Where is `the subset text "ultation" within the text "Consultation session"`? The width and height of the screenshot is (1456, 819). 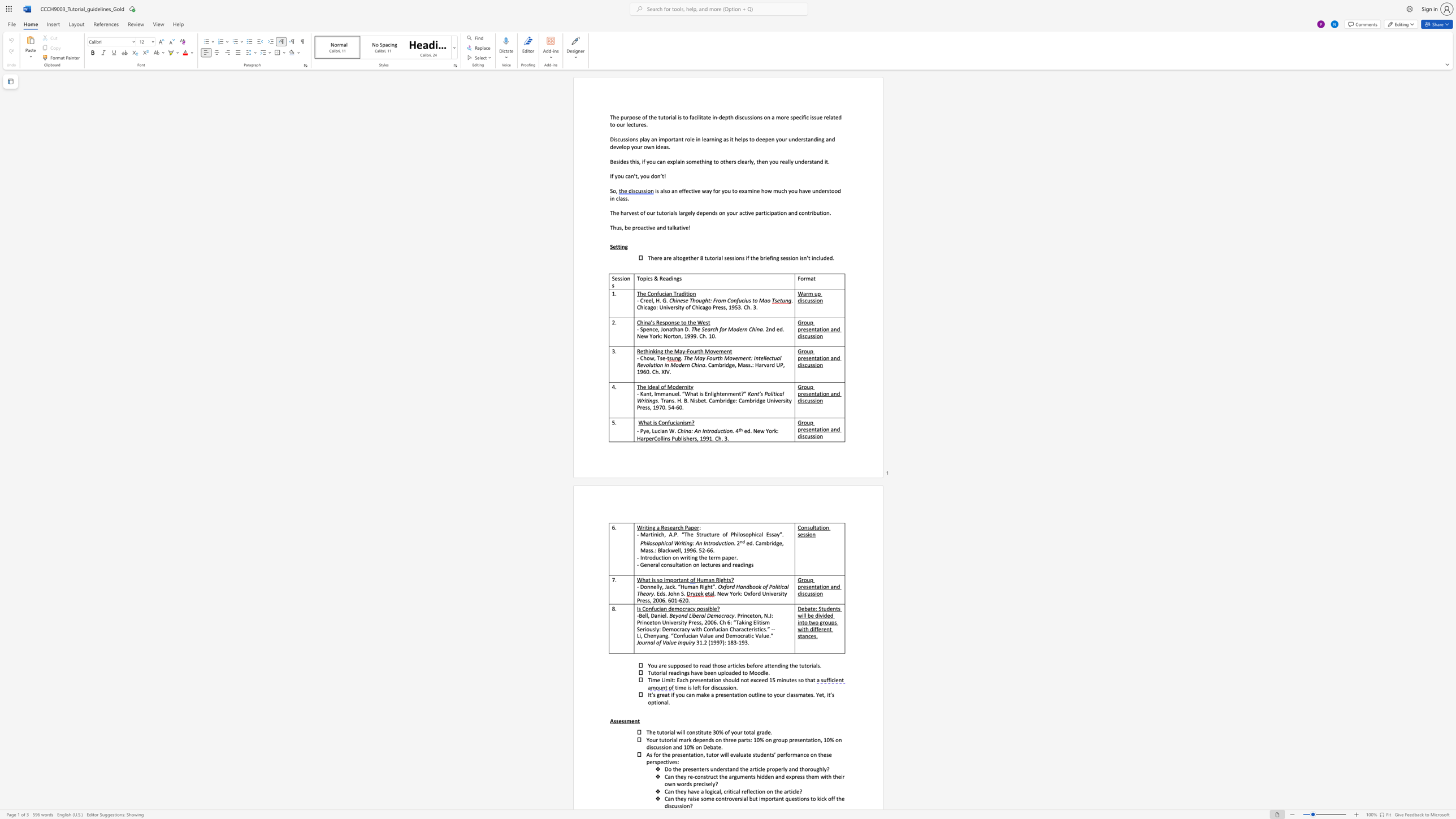 the subset text "ultation" within the text "Consultation session" is located at coordinates (809, 527).